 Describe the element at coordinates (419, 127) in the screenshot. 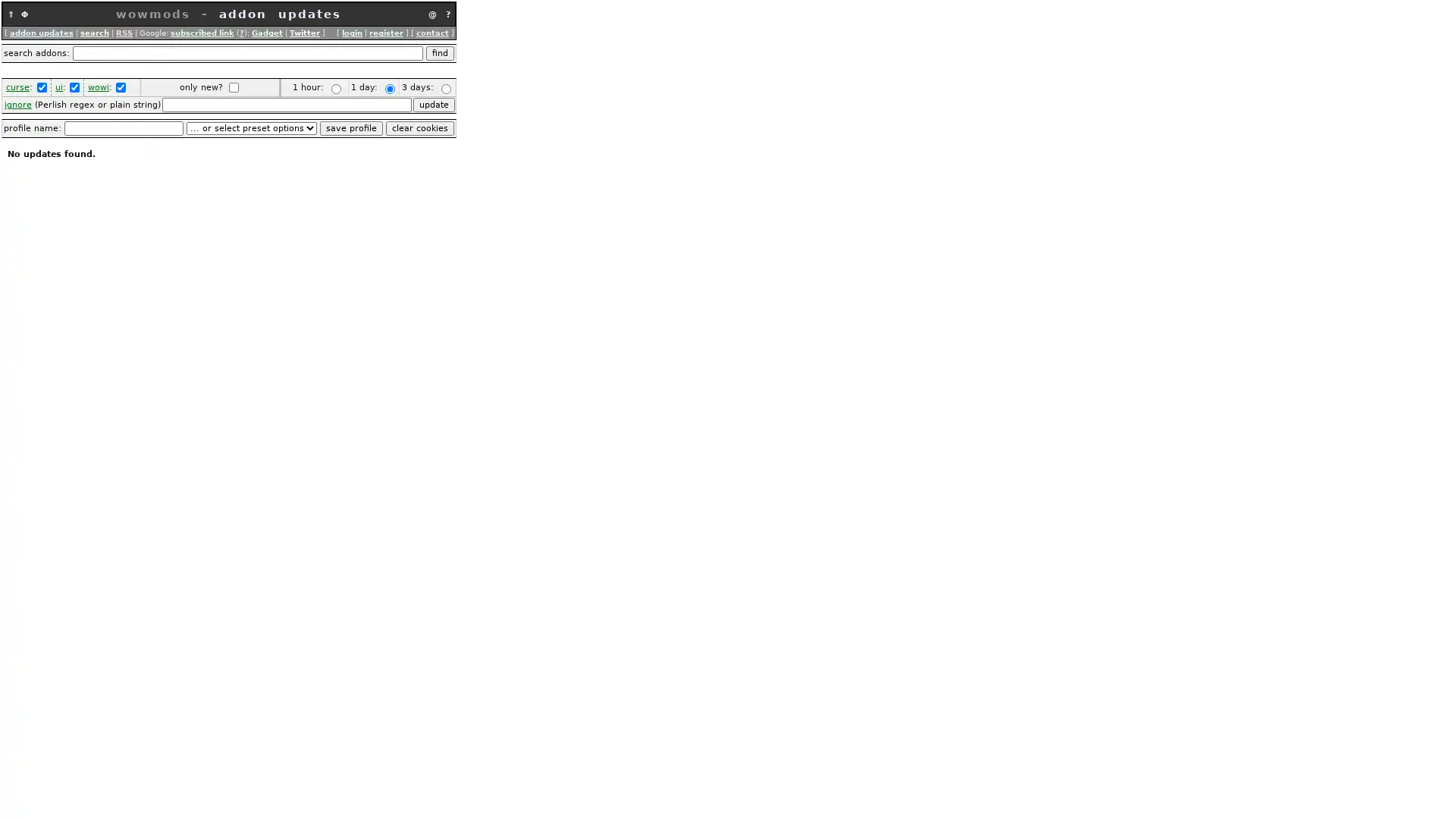

I see `clear cookies` at that location.